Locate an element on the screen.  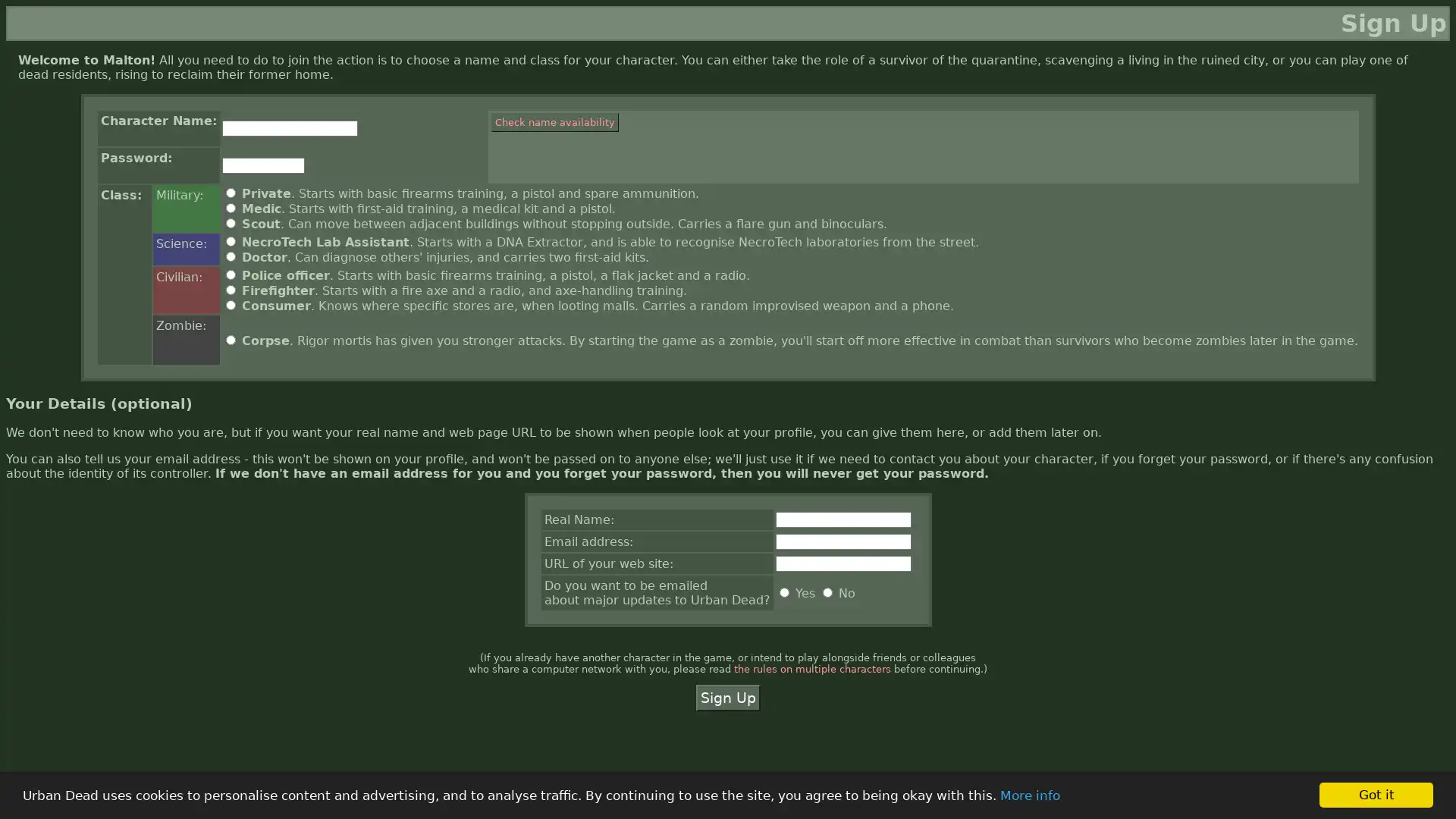
Sign Up is located at coordinates (726, 698).